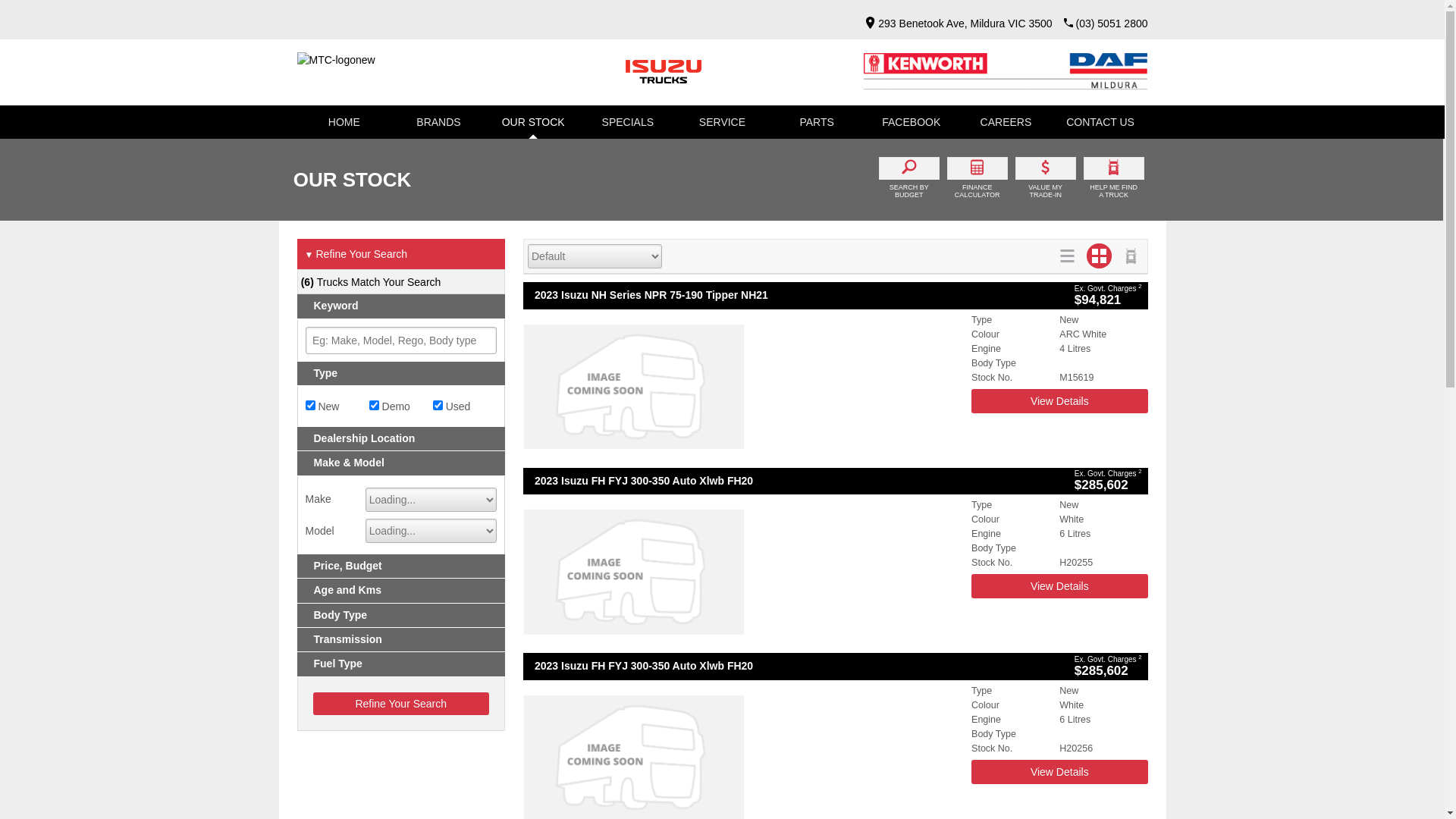  What do you see at coordinates (344, 121) in the screenshot?
I see `'HOME'` at bounding box center [344, 121].